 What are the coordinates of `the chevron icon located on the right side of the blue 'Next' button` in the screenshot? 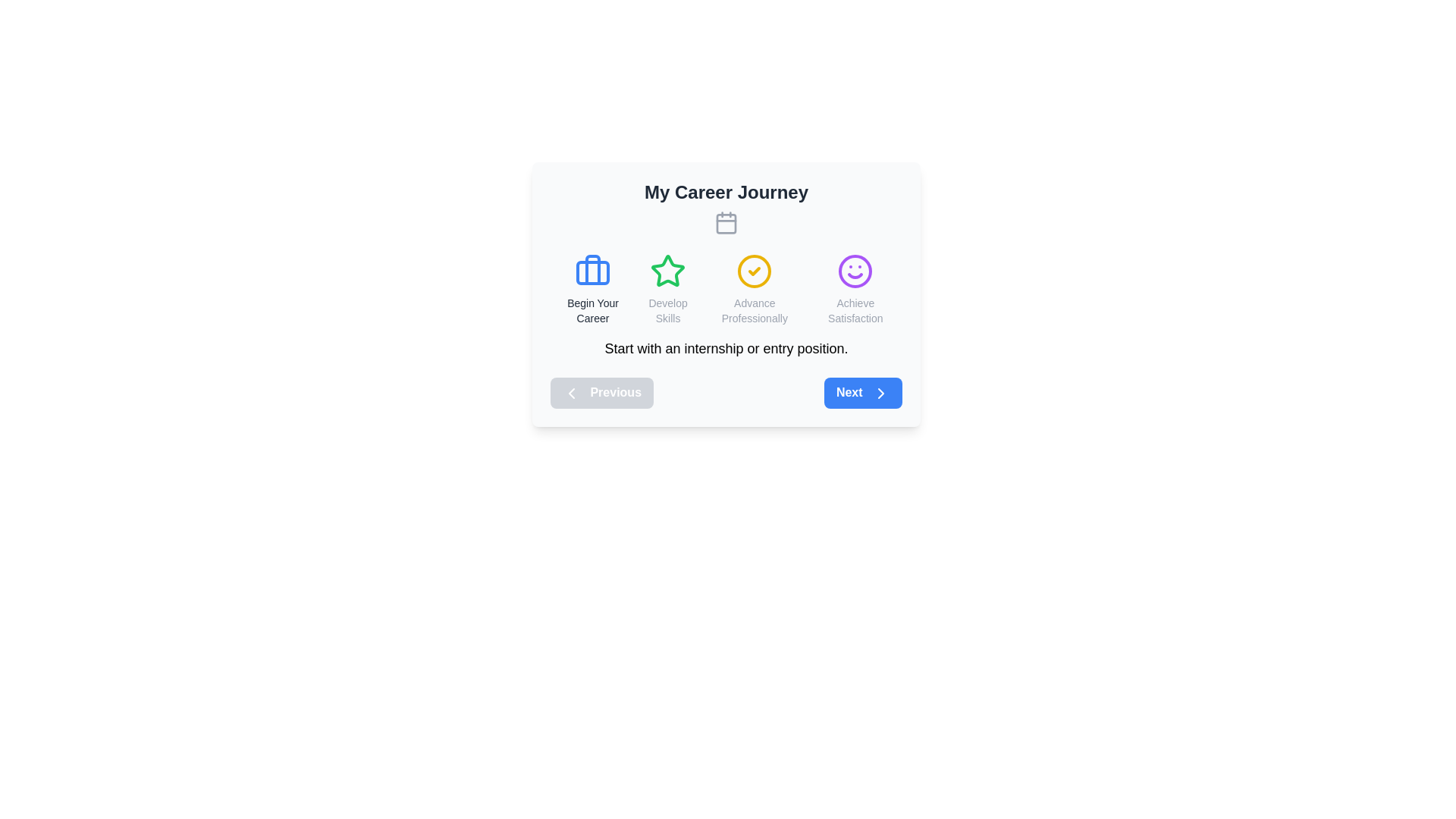 It's located at (880, 391).